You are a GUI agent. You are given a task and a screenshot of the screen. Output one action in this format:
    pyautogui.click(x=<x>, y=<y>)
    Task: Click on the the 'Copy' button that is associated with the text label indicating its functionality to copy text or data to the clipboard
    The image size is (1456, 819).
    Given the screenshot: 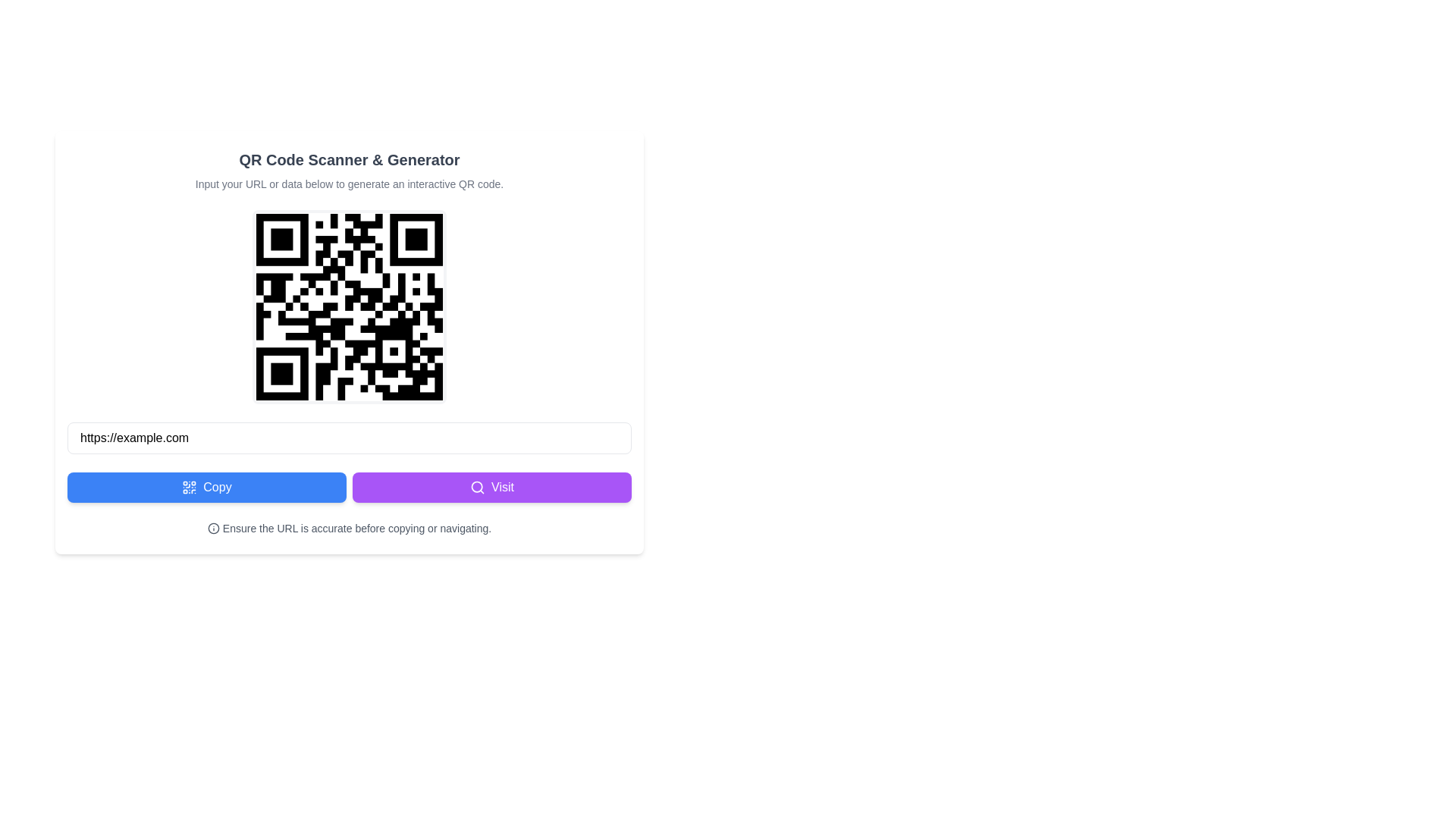 What is the action you would take?
    pyautogui.click(x=217, y=488)
    